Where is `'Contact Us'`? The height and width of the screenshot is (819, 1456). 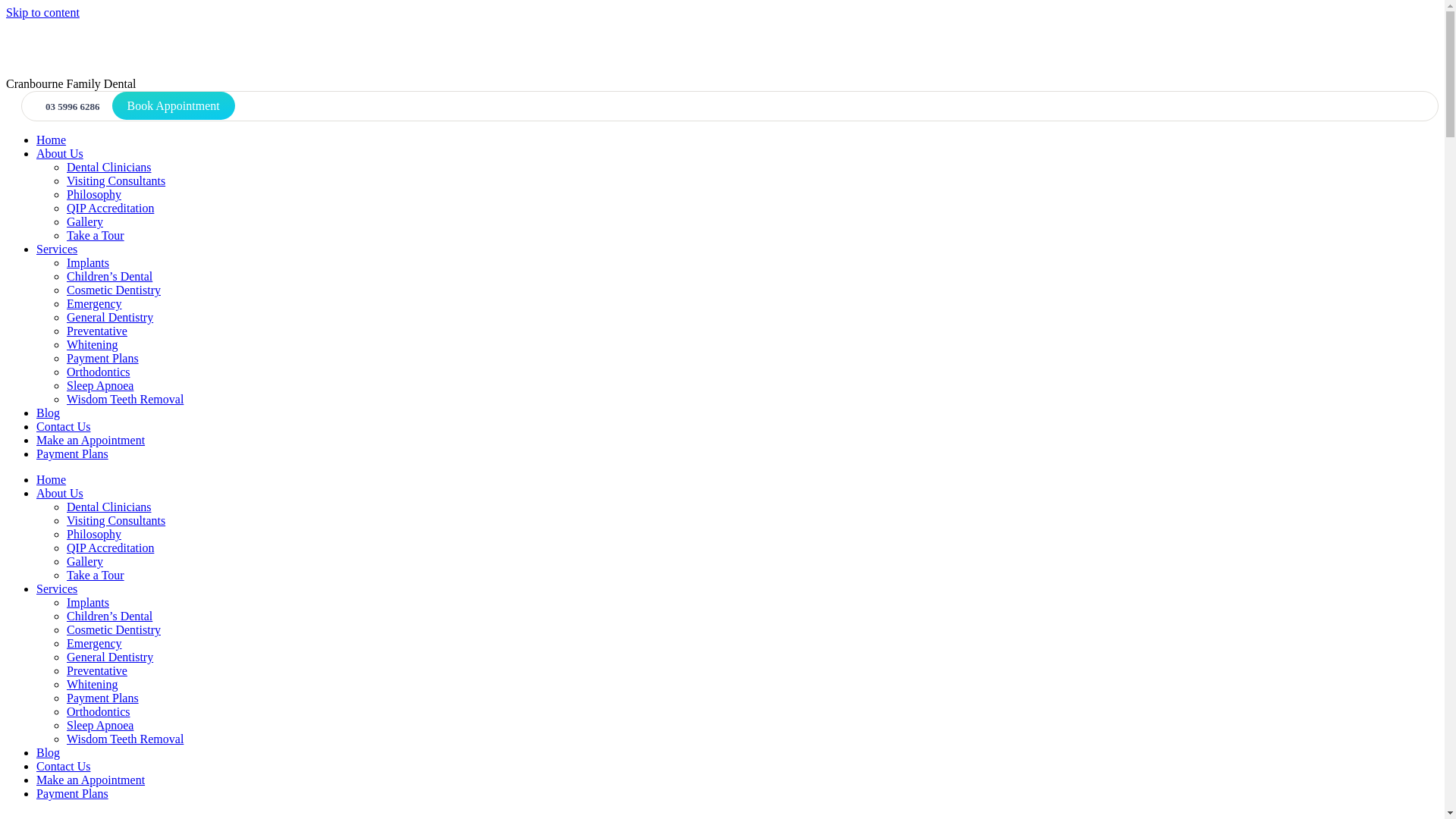
'Contact Us' is located at coordinates (36, 426).